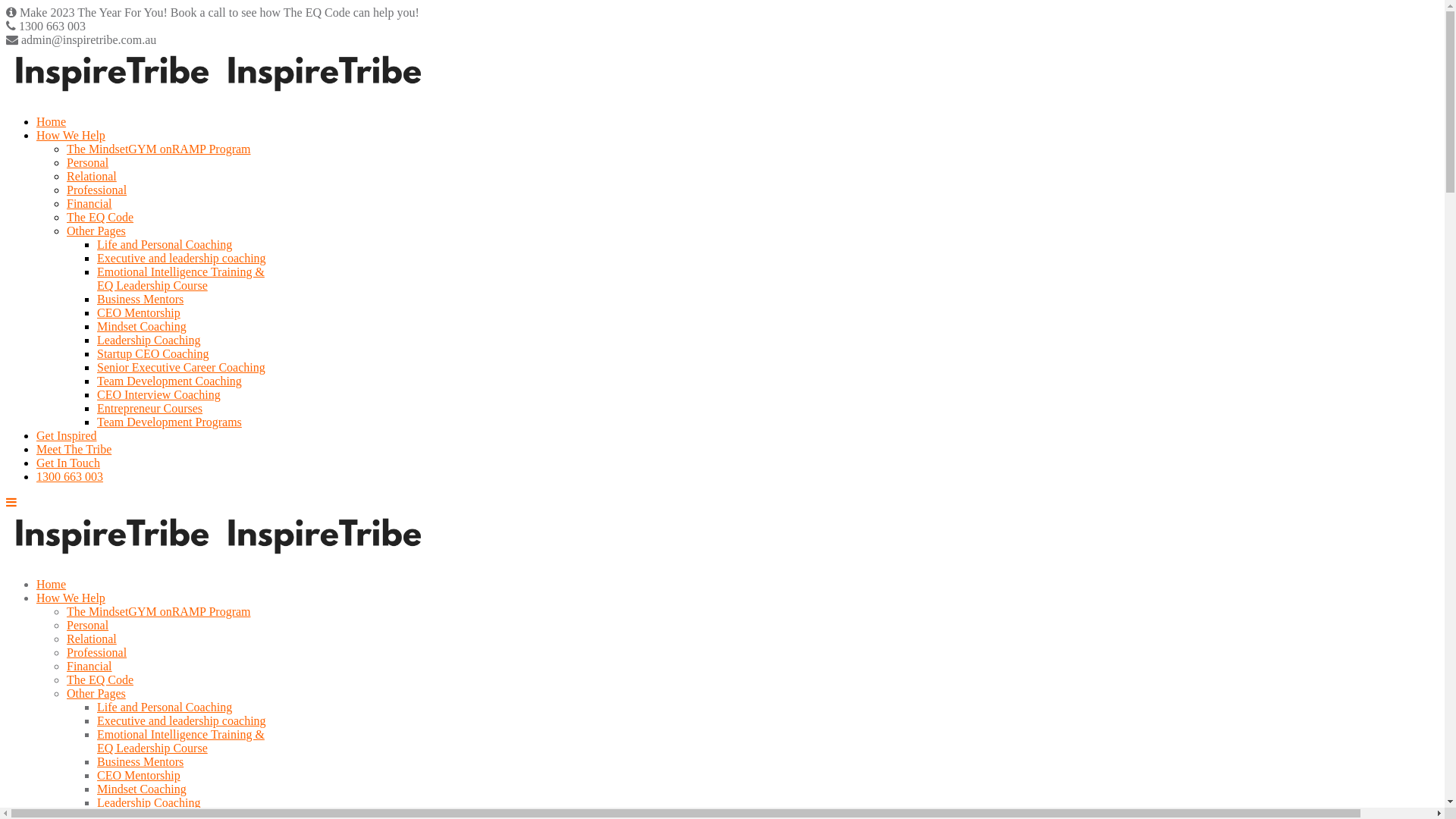 Image resolution: width=1456 pixels, height=819 pixels. I want to click on 'Senior Executive Career Coaching', so click(181, 367).